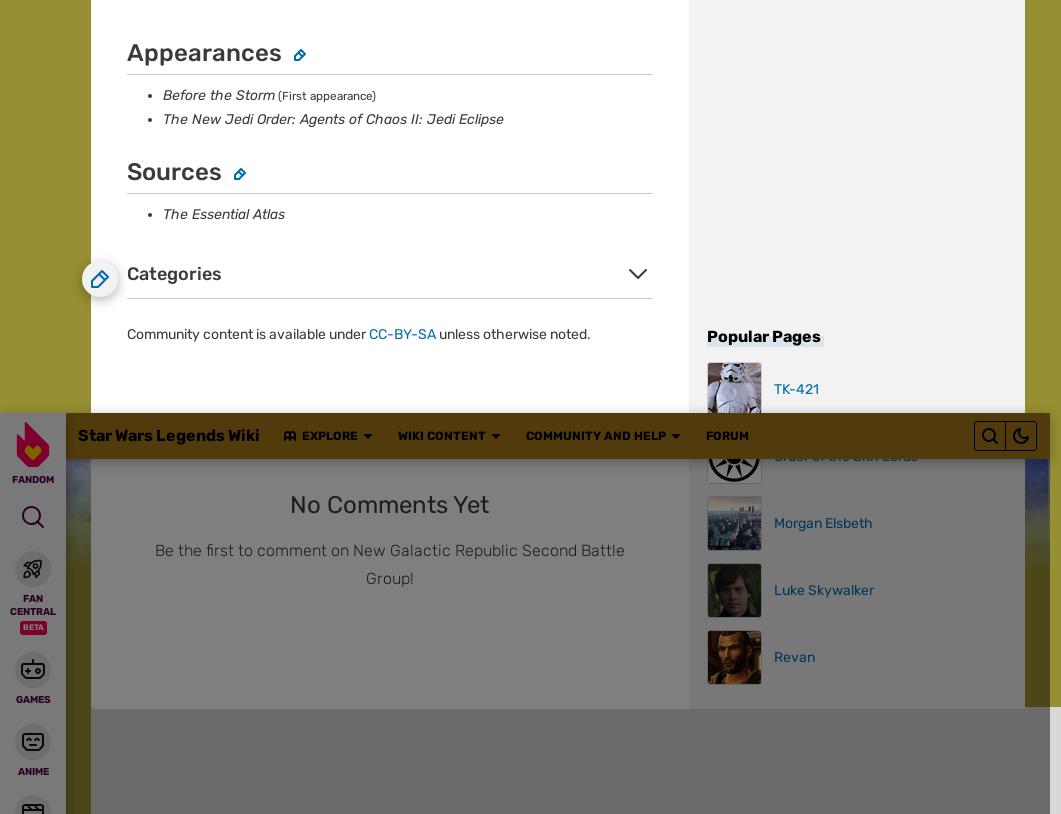 This screenshot has width=1061, height=814. What do you see at coordinates (526, 308) in the screenshot?
I see `'Yuuzhan Vong at War Wiki'` at bounding box center [526, 308].